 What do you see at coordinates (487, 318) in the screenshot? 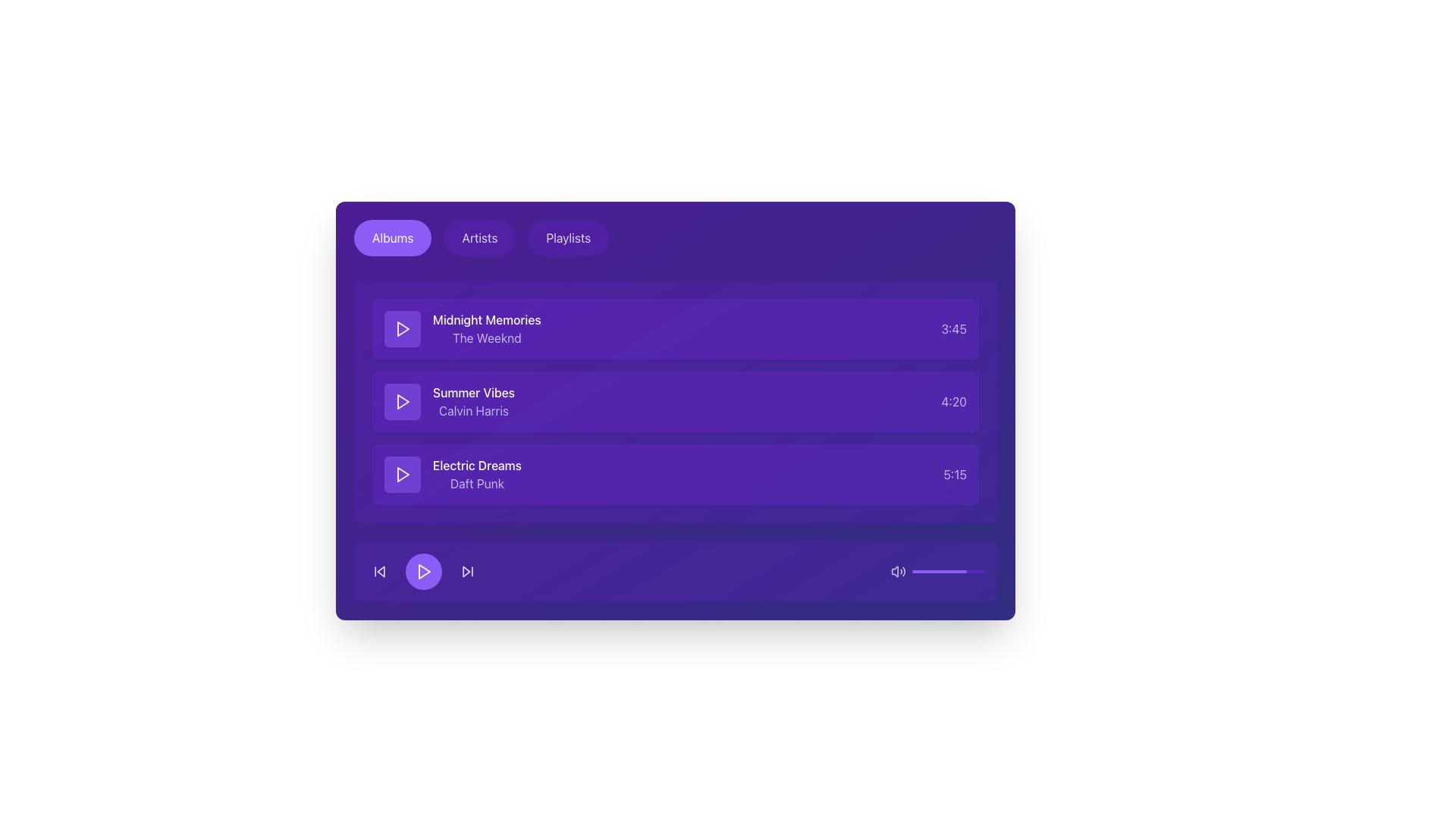
I see `the title text element located at the top of the list, which is positioned to the right of the play button icon and above the smaller text label displaying 'The Weeknd'` at bounding box center [487, 318].